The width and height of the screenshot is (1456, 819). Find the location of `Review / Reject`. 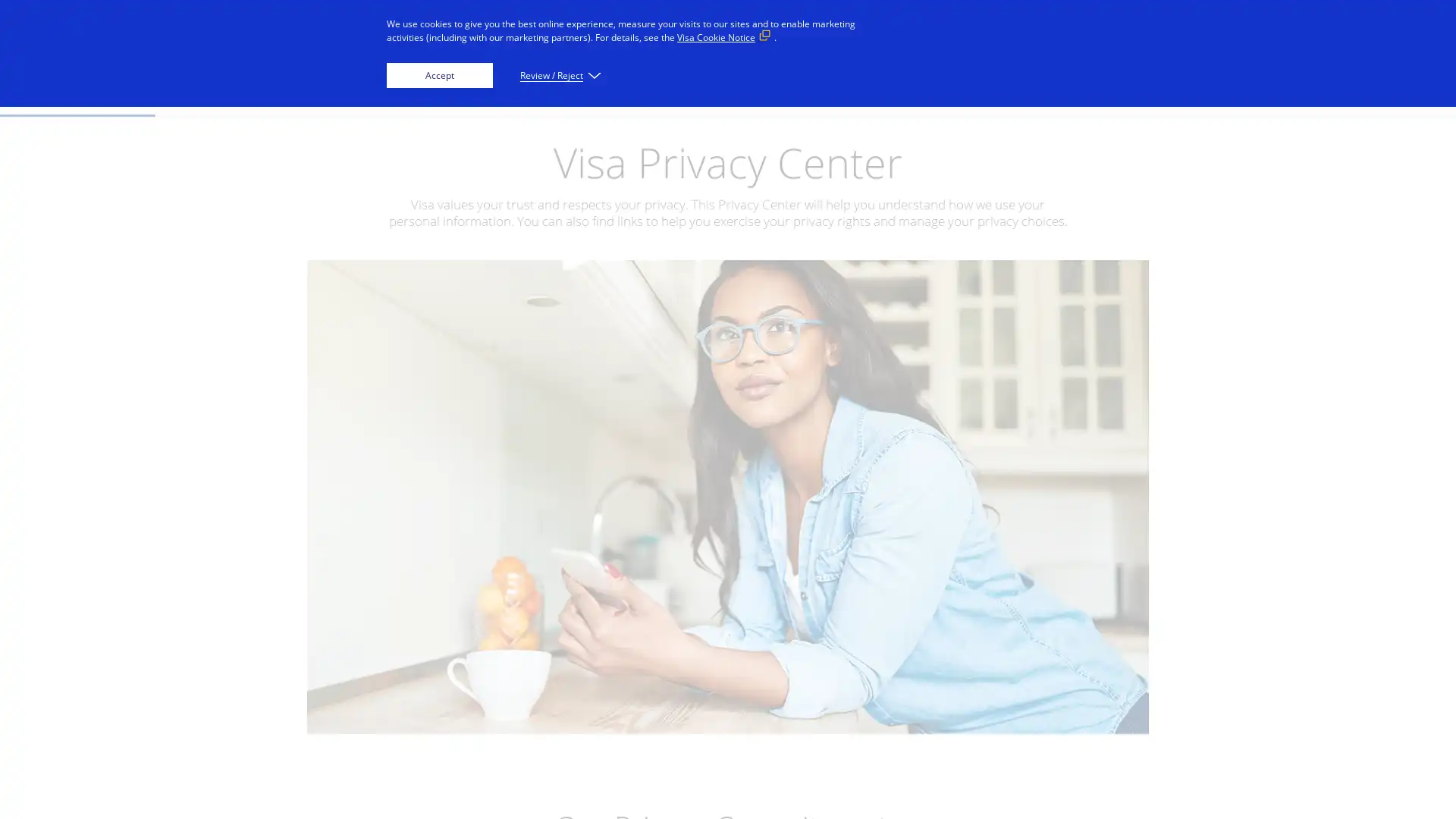

Review / Reject is located at coordinates (557, 75).